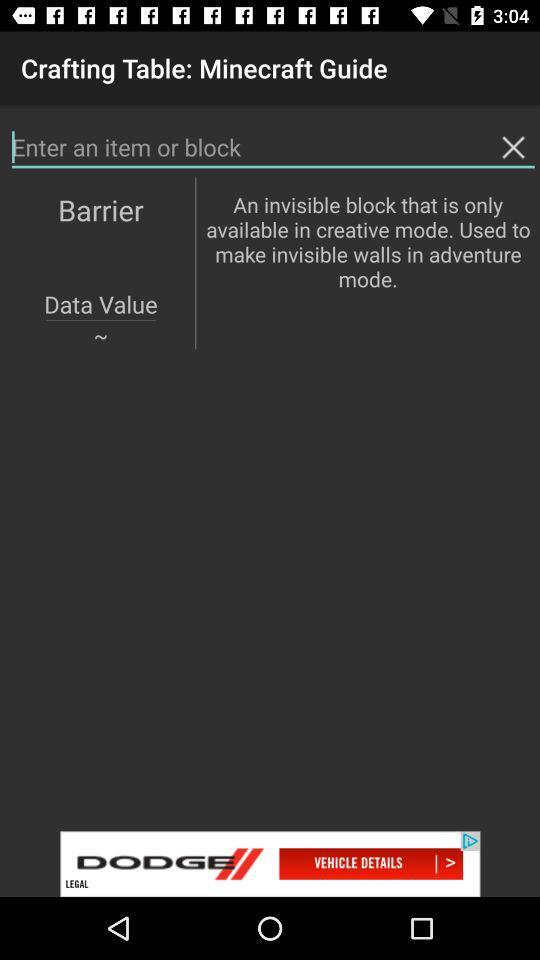 This screenshot has height=960, width=540. Describe the element at coordinates (272, 146) in the screenshot. I see `search page` at that location.